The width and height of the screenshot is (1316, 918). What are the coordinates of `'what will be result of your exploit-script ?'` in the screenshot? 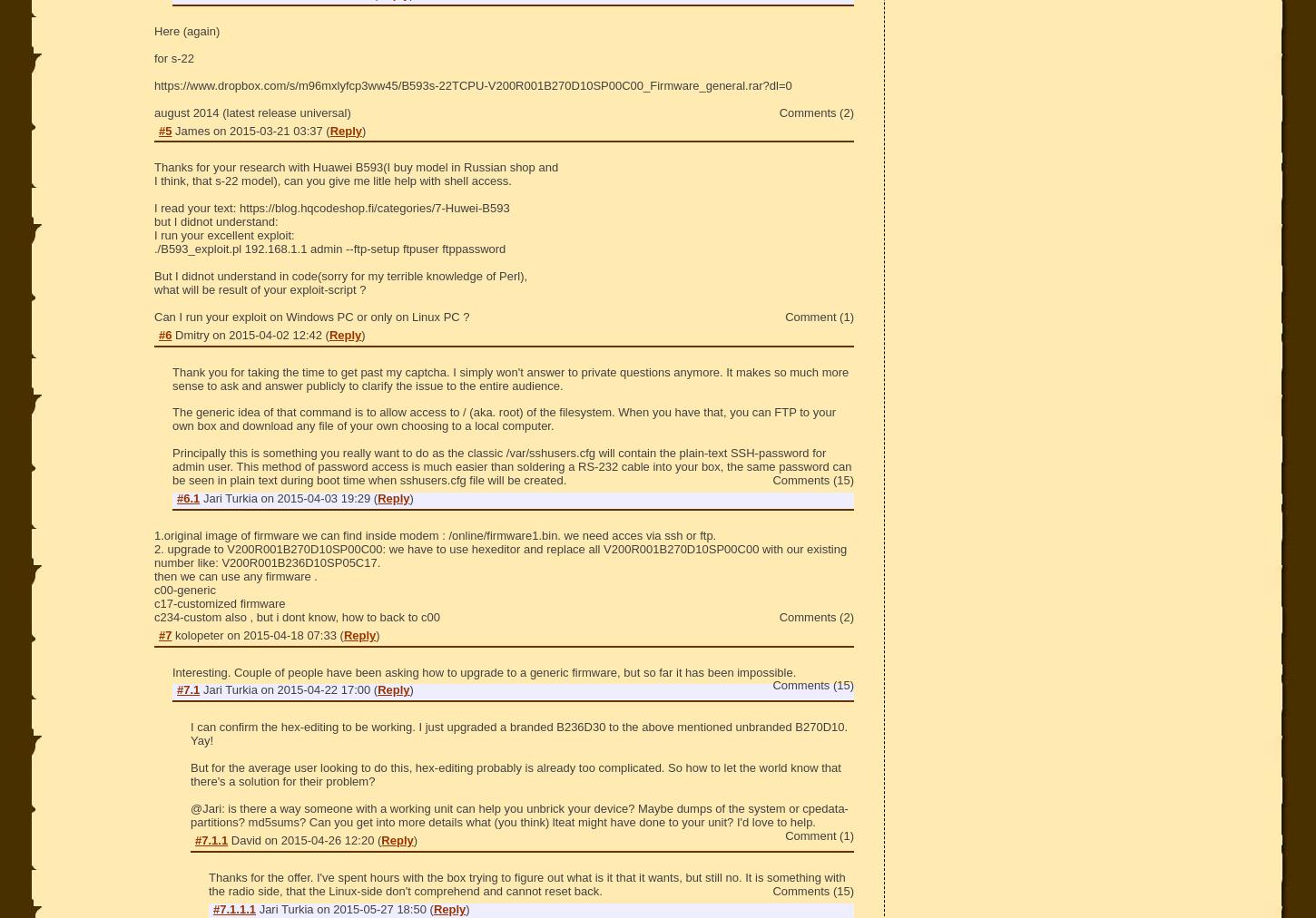 It's located at (260, 288).